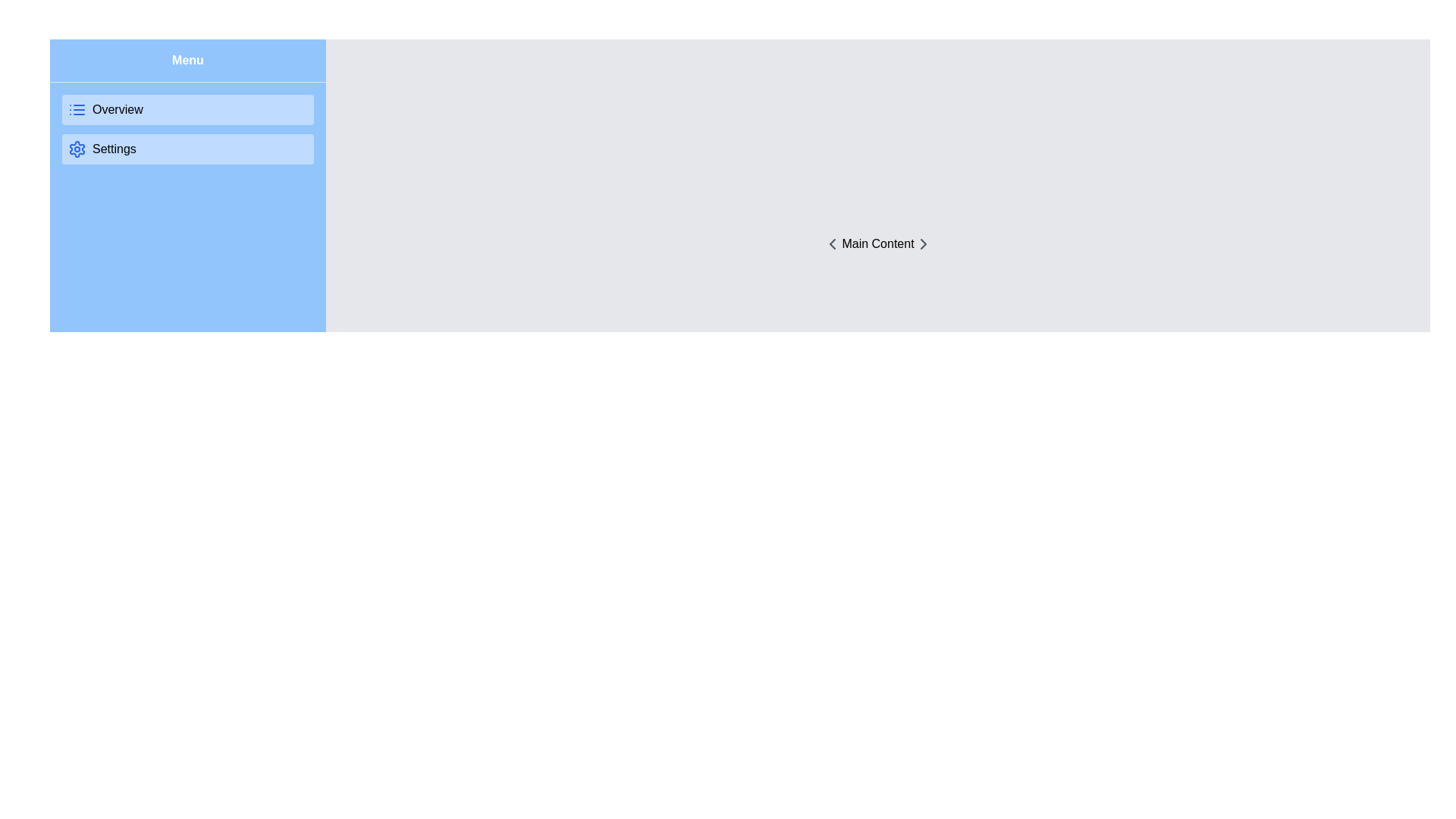 The width and height of the screenshot is (1456, 819). What do you see at coordinates (187, 60) in the screenshot?
I see `the 'Menu' text label, which is a rectangular section at the top of a vertical menu with a light blue background and bold white text` at bounding box center [187, 60].